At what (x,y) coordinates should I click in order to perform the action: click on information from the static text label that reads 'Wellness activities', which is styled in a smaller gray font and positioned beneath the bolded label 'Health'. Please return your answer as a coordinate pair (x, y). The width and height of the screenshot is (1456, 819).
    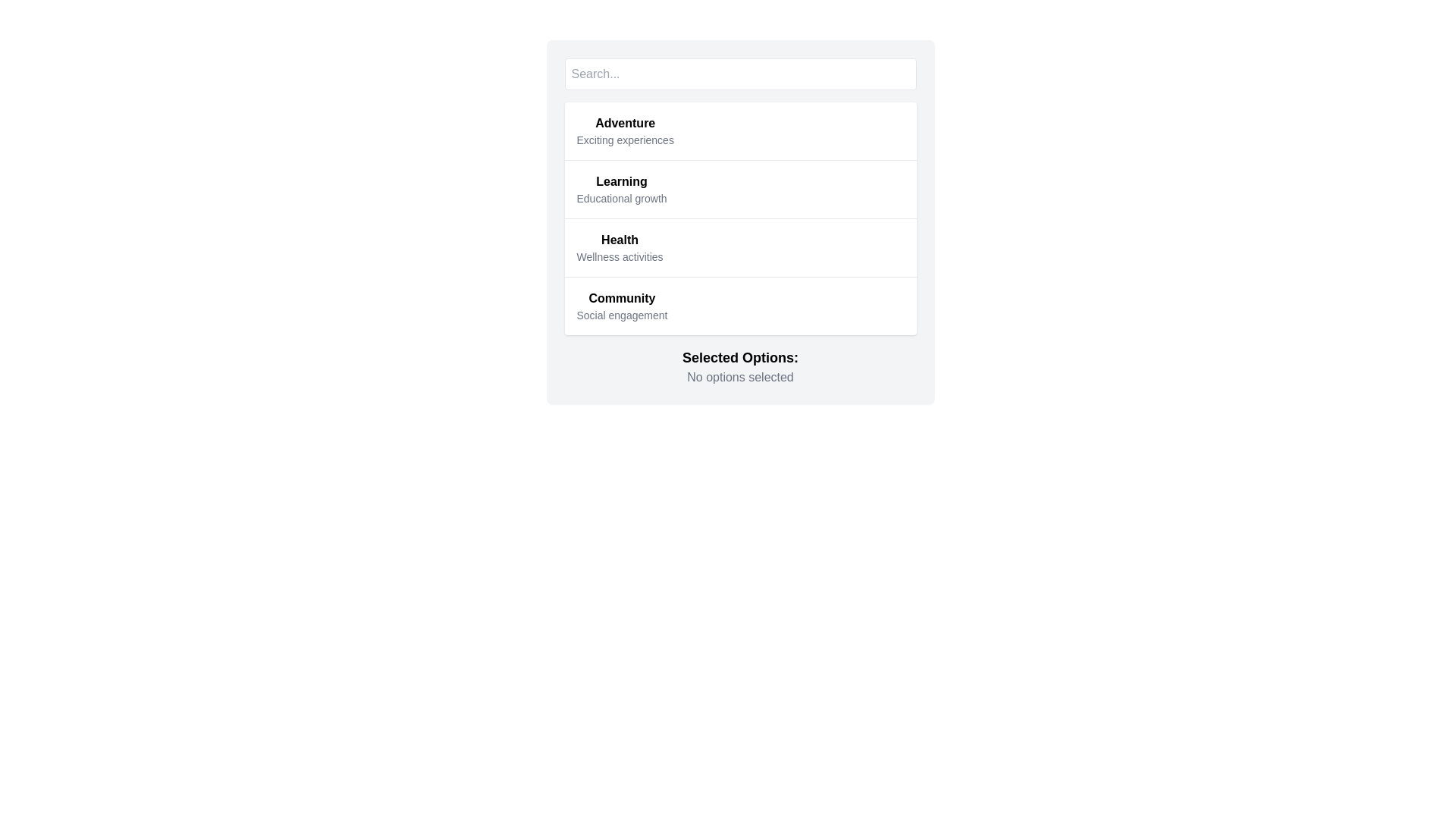
    Looking at the image, I should click on (620, 256).